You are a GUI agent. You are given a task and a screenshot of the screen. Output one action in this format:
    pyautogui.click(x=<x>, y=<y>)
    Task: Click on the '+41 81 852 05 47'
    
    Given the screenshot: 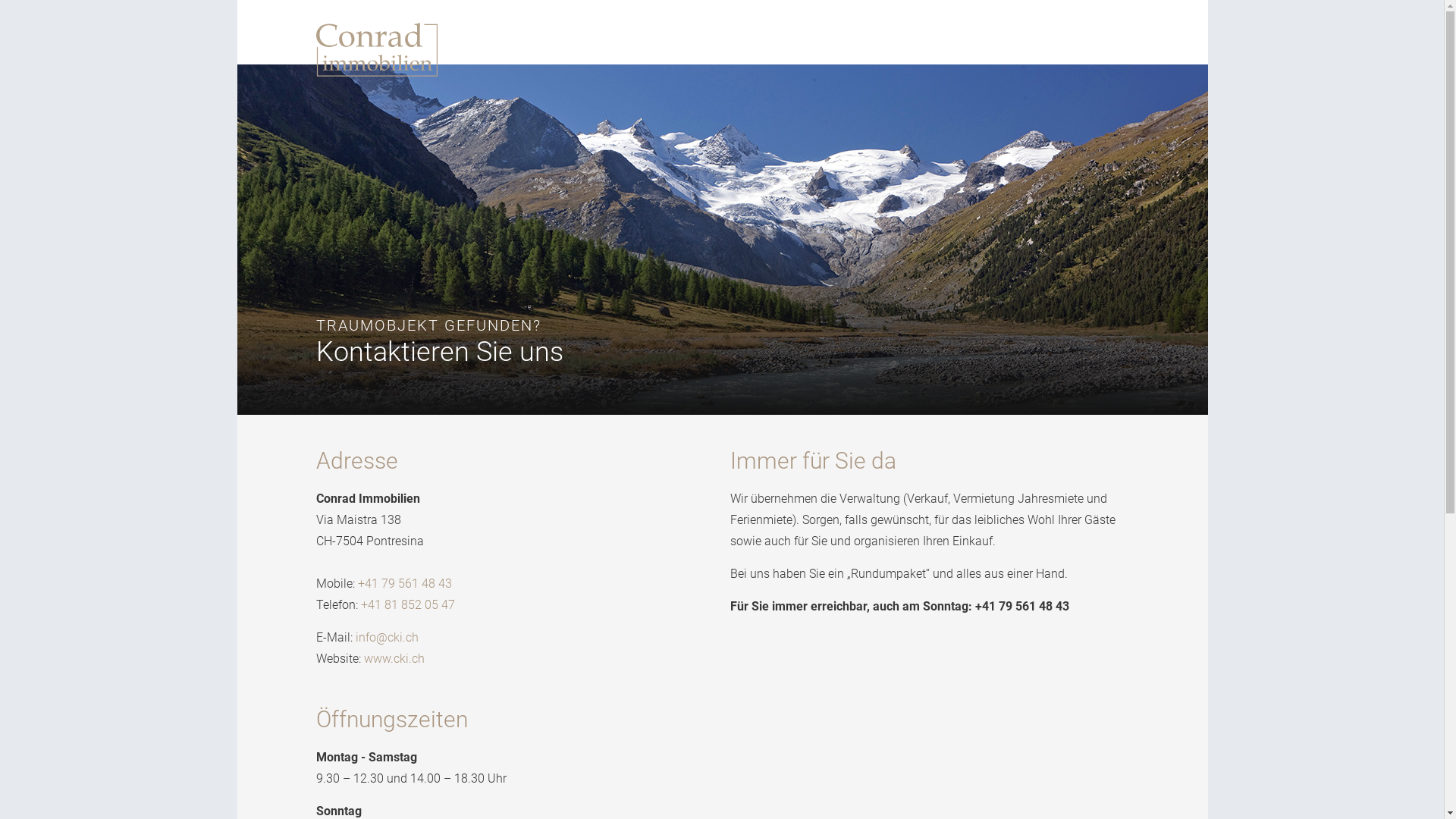 What is the action you would take?
    pyautogui.click(x=407, y=604)
    